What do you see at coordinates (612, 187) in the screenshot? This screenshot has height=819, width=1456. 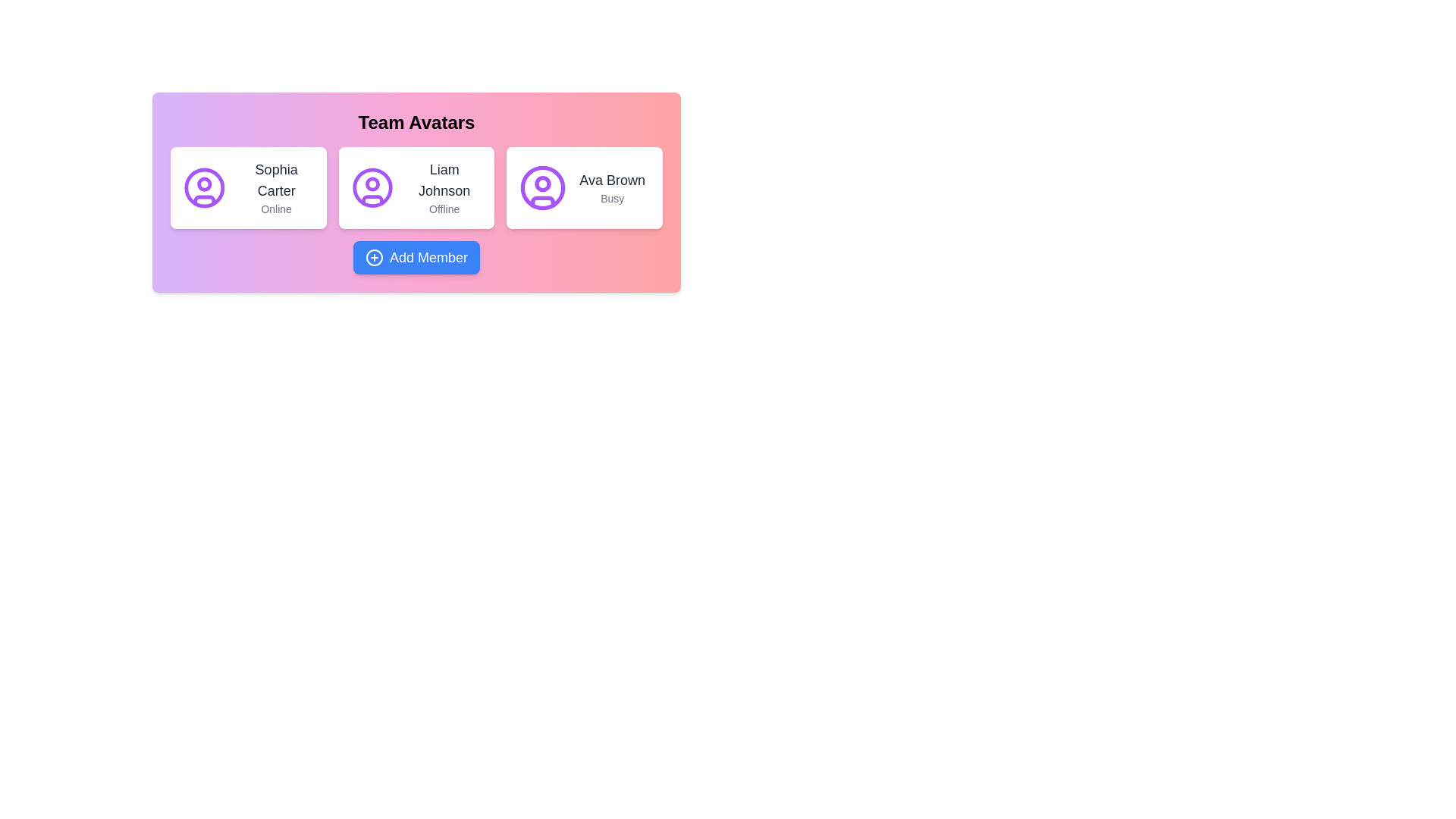 I see `the textual display component that shows the user's name 'Ava Brown' and status 'Busy', located in the rightmost card of a group of three horizontally aligned cards` at bounding box center [612, 187].